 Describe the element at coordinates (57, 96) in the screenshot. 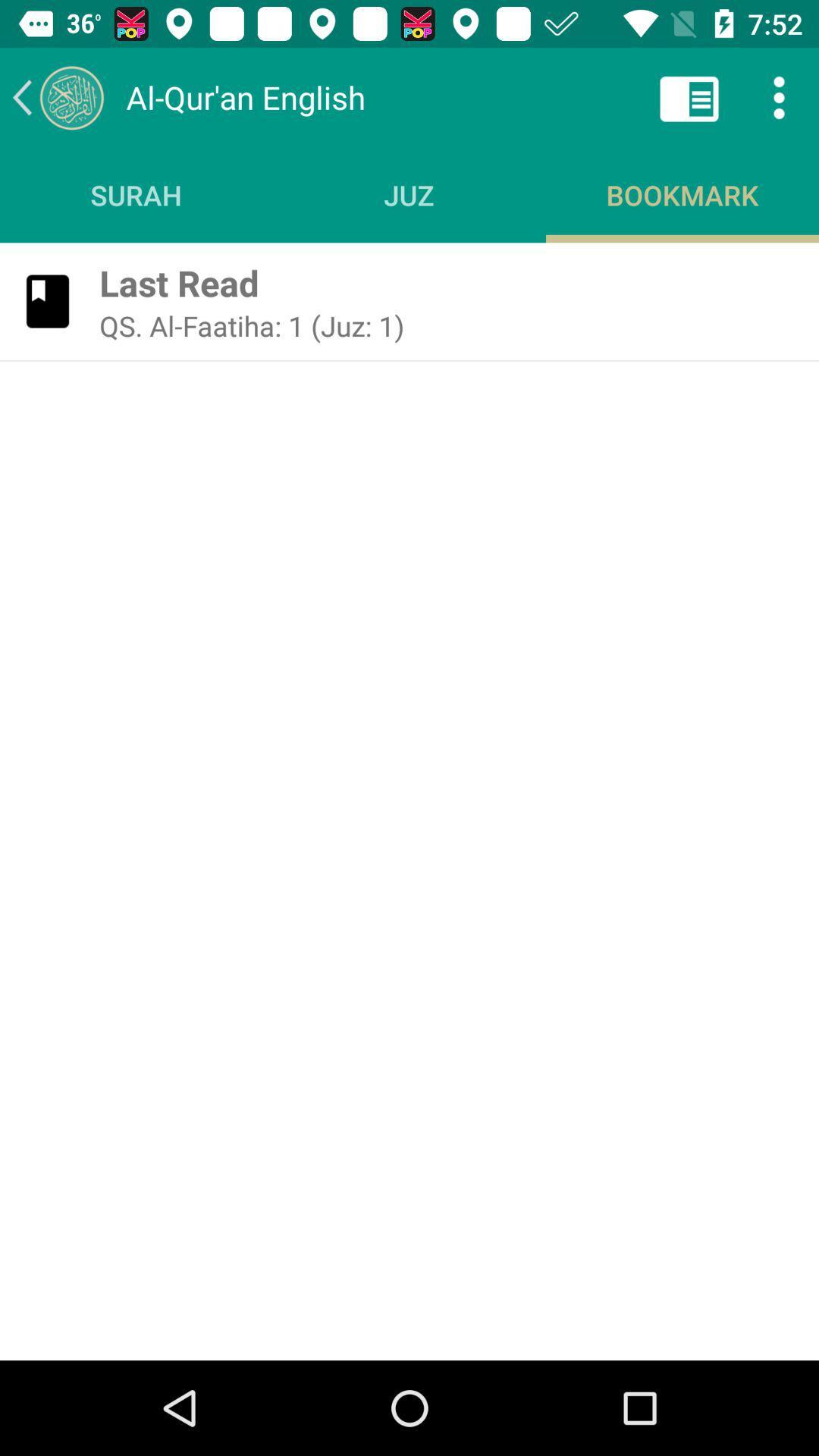

I see `previous` at that location.